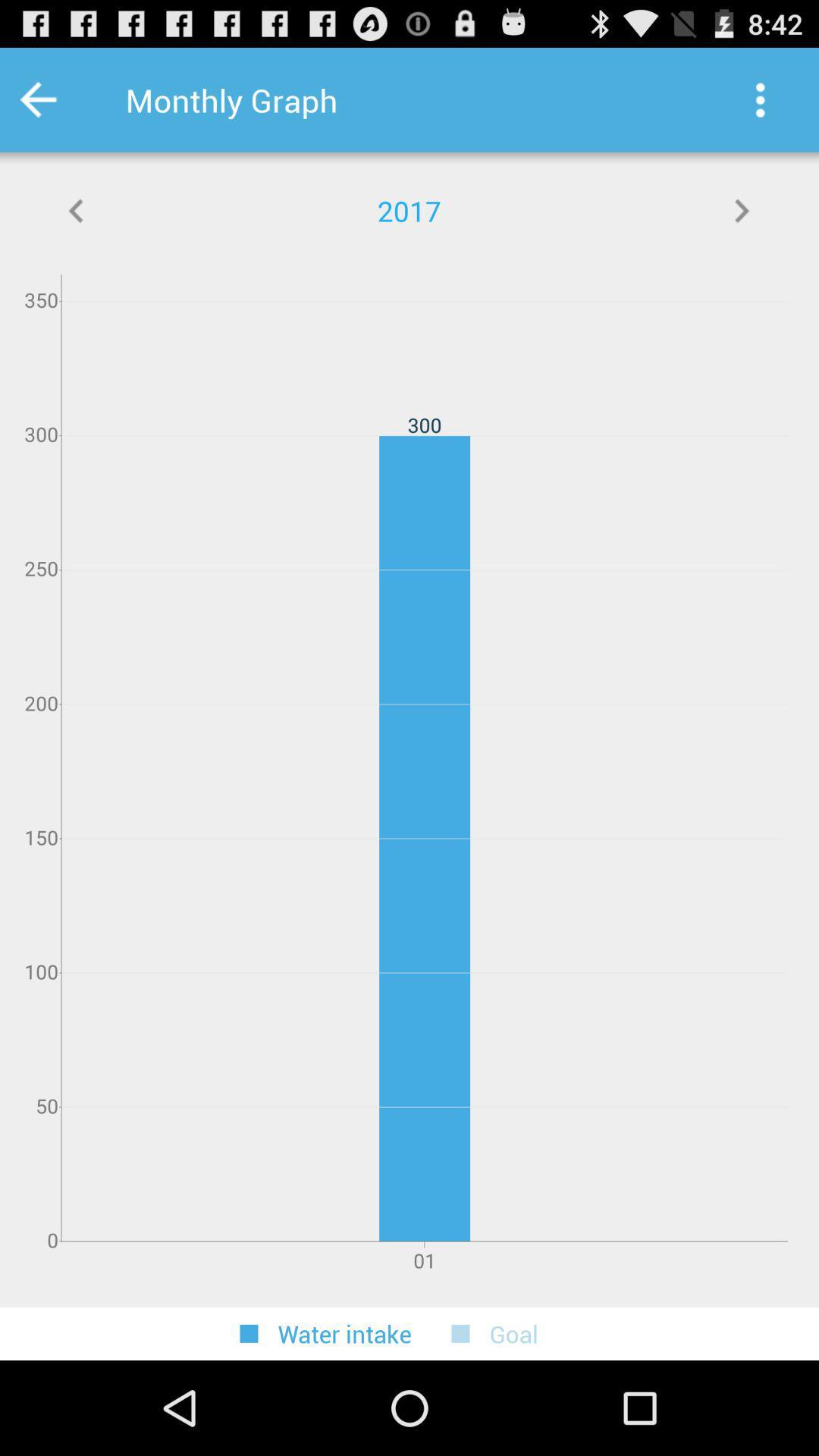 This screenshot has height=1456, width=819. Describe the element at coordinates (58, 99) in the screenshot. I see `item next to monthly graph app` at that location.